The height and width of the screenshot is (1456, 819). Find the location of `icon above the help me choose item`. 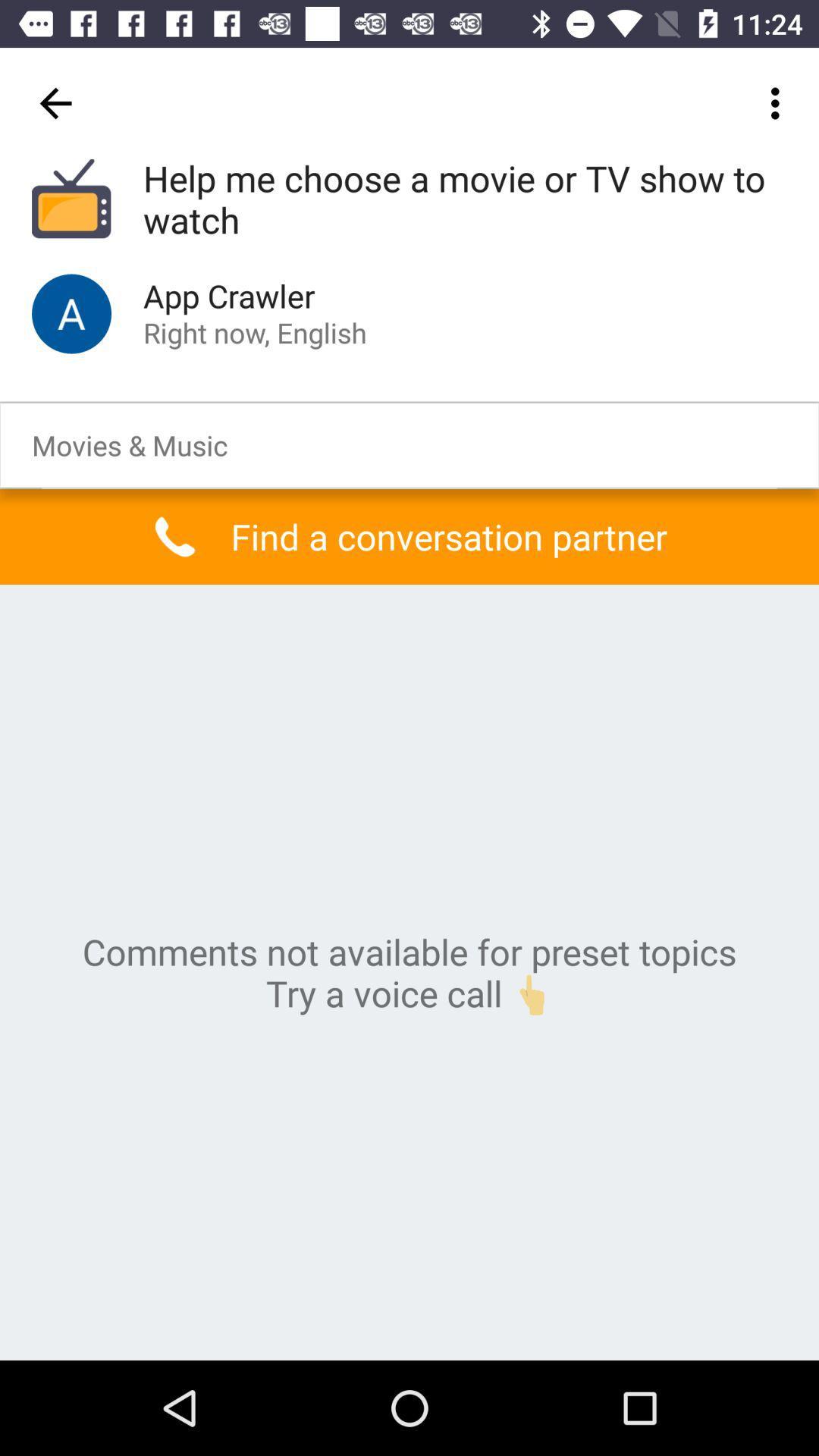

icon above the help me choose item is located at coordinates (779, 102).